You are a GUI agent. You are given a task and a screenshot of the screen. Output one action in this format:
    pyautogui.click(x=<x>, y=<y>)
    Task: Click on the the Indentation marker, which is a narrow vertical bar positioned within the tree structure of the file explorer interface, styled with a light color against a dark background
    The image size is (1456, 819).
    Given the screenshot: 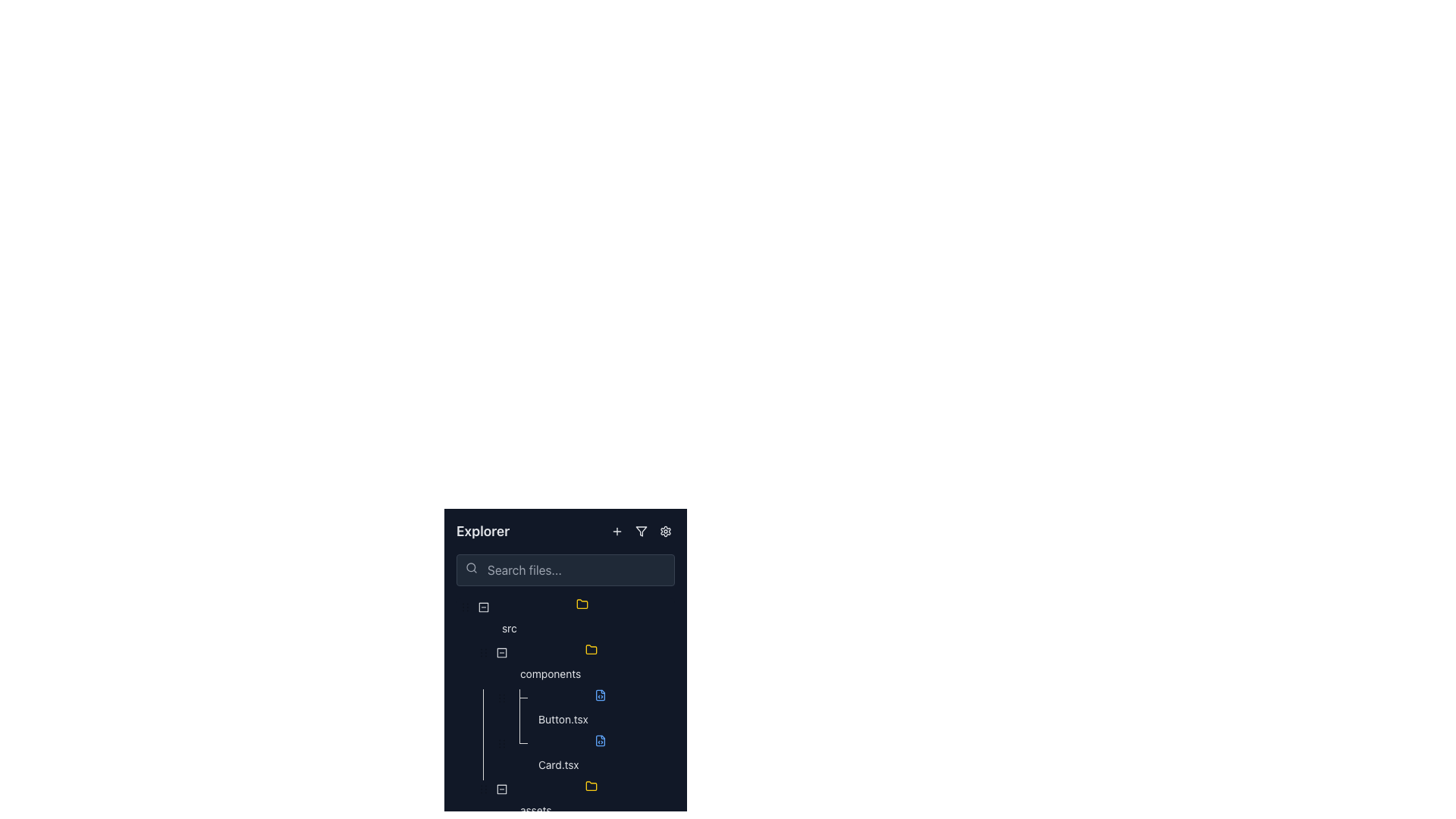 What is the action you would take?
    pyautogui.click(x=483, y=711)
    